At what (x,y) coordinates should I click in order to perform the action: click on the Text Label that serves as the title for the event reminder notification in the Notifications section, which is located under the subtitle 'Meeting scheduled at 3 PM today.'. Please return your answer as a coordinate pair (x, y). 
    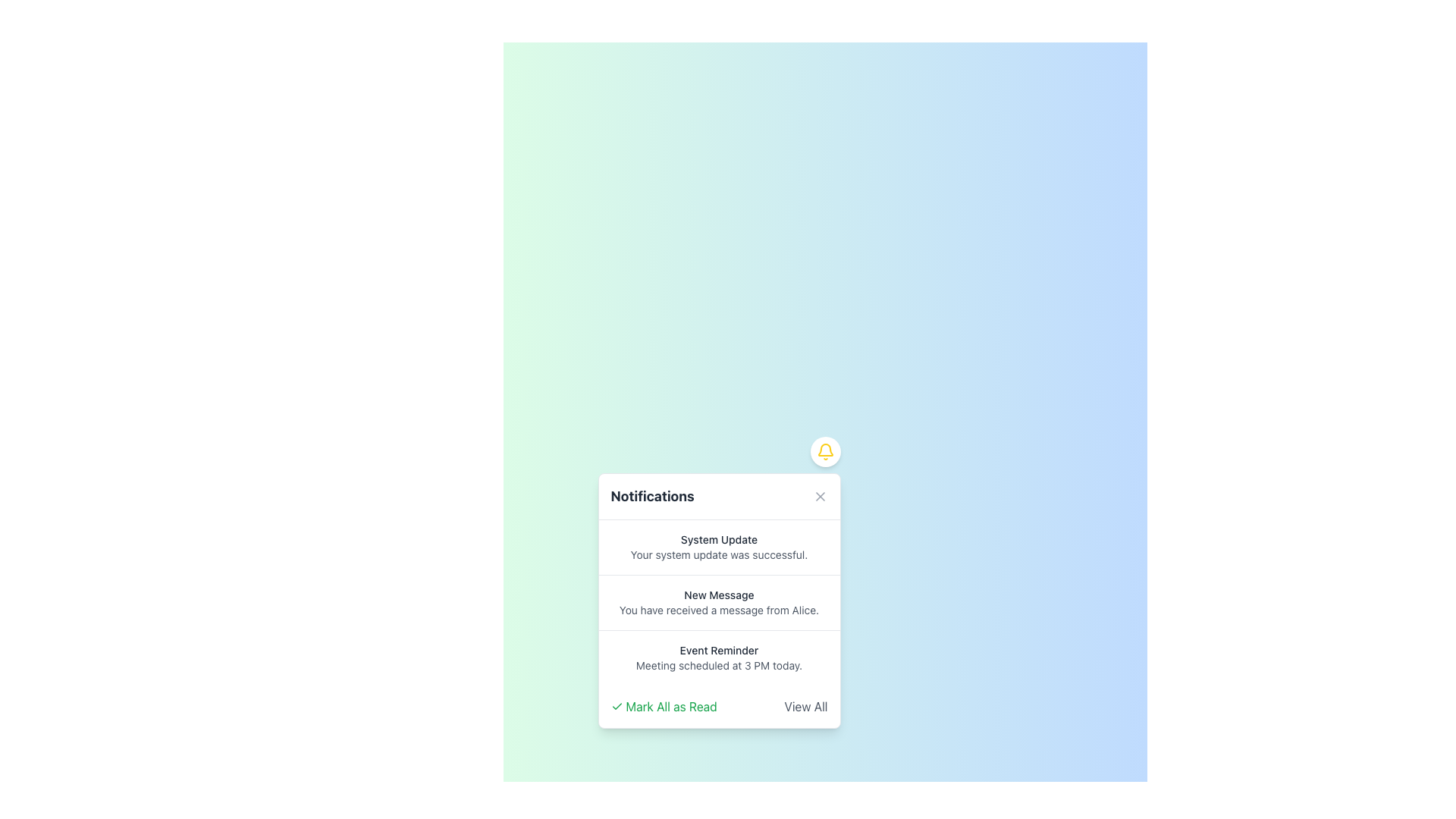
    Looking at the image, I should click on (718, 649).